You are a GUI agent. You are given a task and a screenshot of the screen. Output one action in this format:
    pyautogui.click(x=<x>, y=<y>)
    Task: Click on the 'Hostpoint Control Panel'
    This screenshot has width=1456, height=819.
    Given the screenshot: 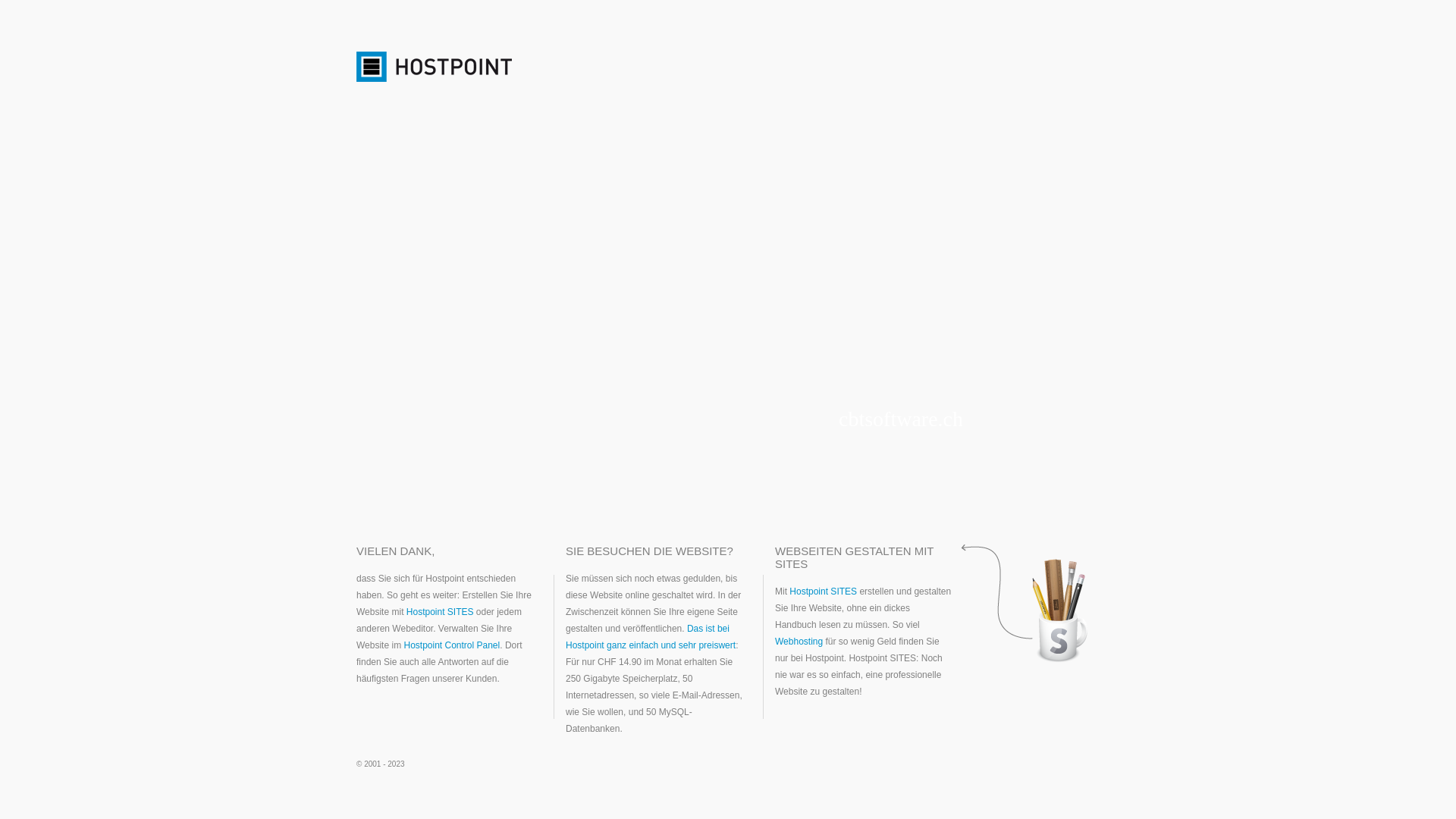 What is the action you would take?
    pyautogui.click(x=450, y=645)
    